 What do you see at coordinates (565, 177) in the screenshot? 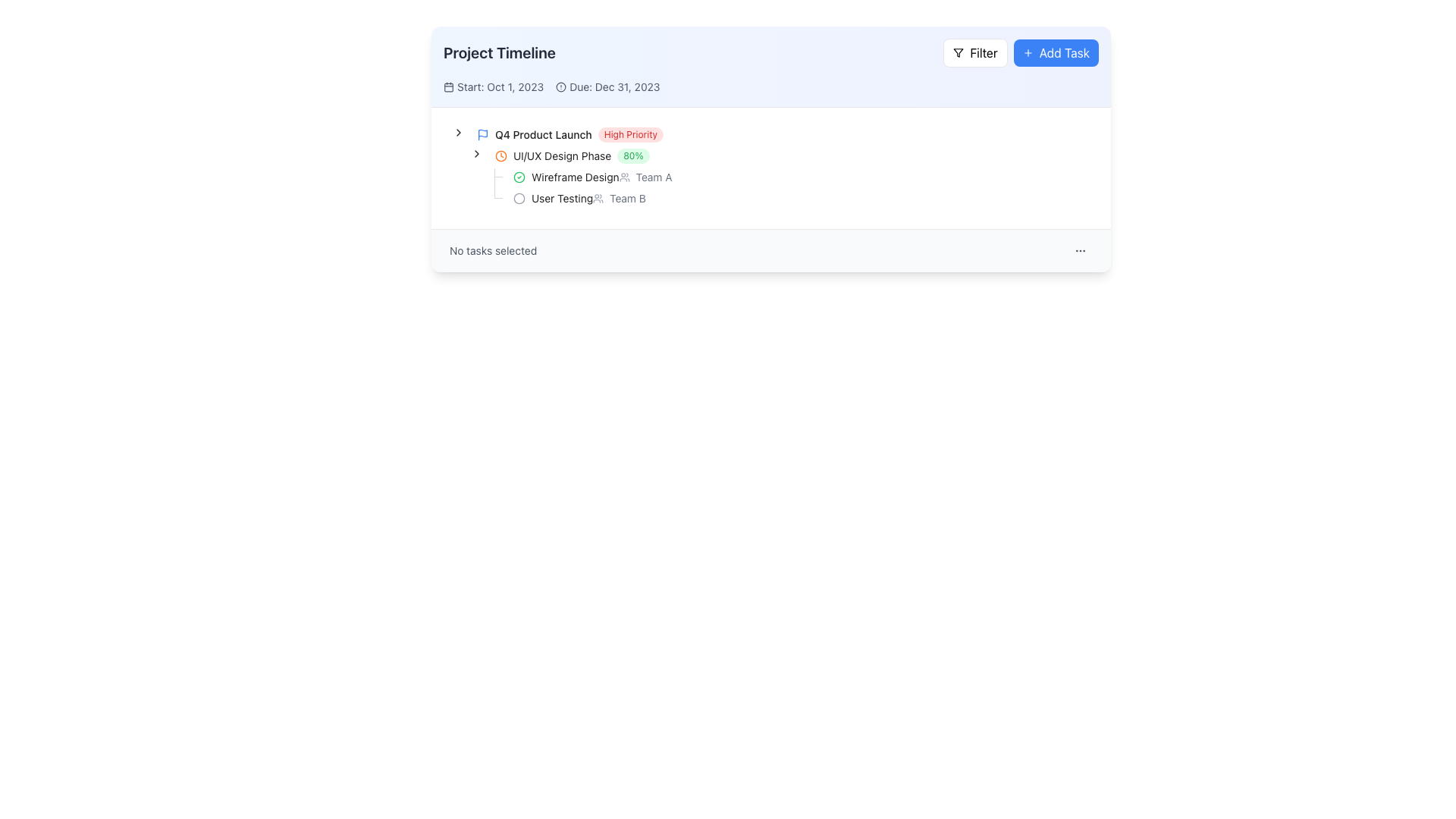
I see `the completed task label with a green checkmark icon, which is the first sub-item under the 'UI/UX Design Phase' heading in the project timeline` at bounding box center [565, 177].